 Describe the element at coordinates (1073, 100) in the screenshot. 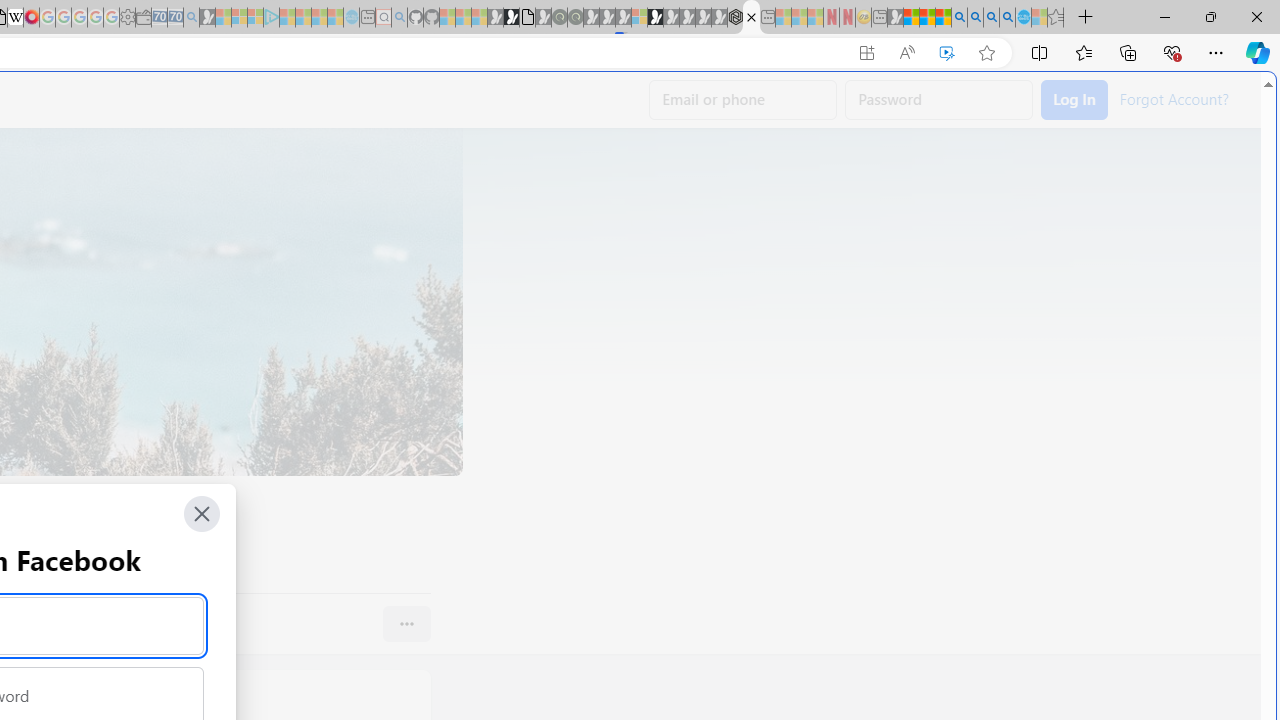

I see `'Accessible login button'` at that location.